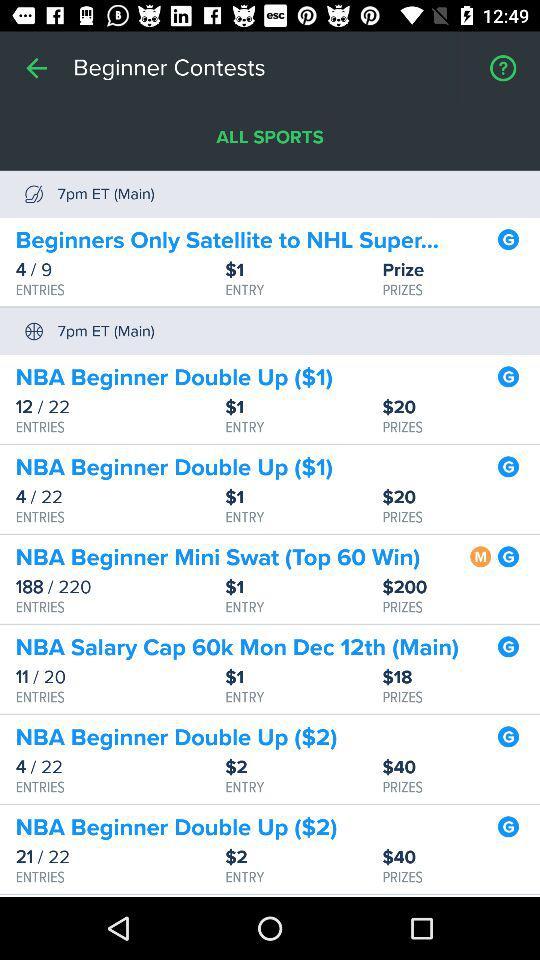  Describe the element at coordinates (120, 677) in the screenshot. I see `the item below the nba salary cap icon` at that location.